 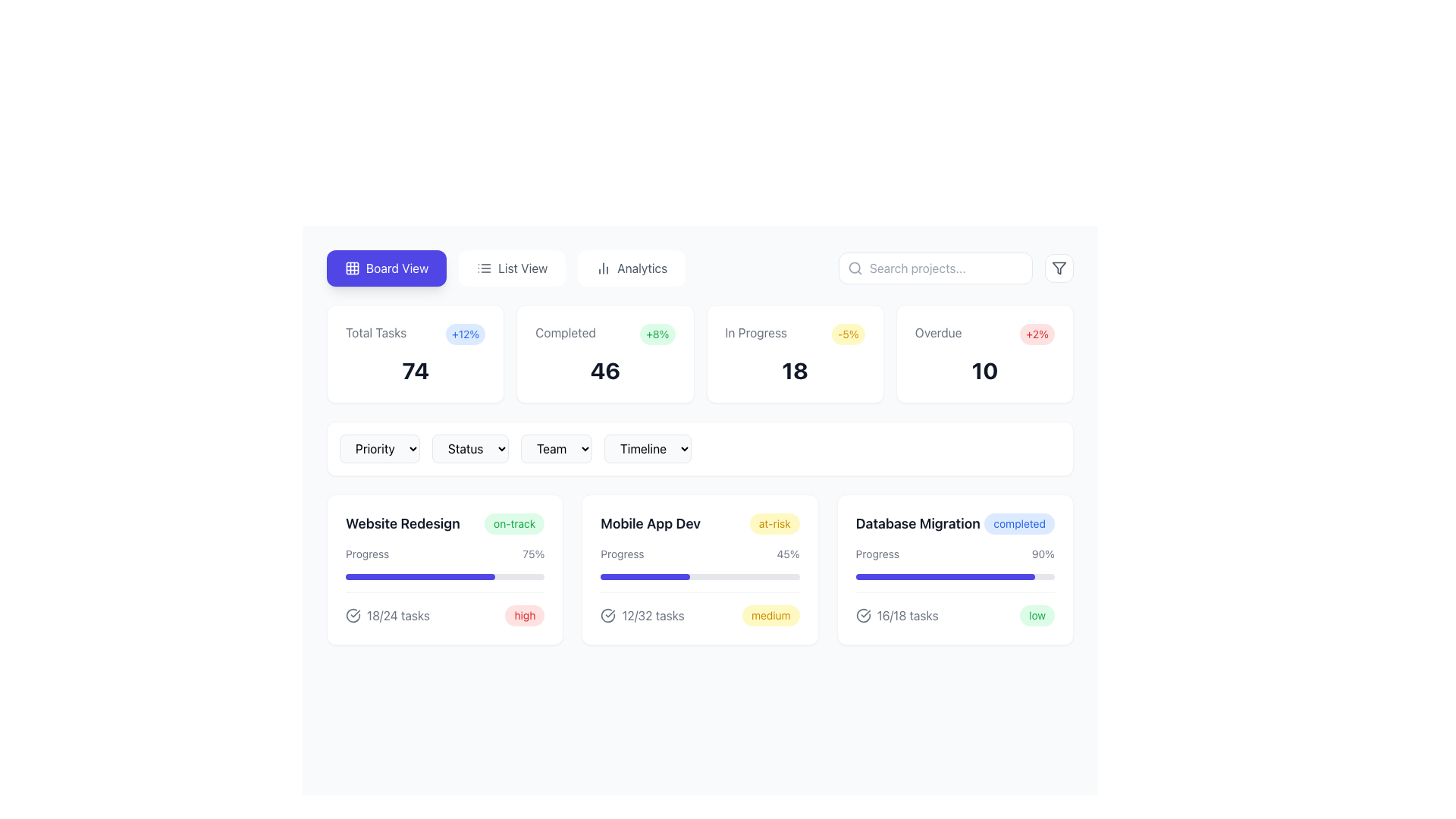 I want to click on the 'Team' dropdown button, which has a light gray background, rounded corners, and a dropdown icon, so click(x=556, y=447).